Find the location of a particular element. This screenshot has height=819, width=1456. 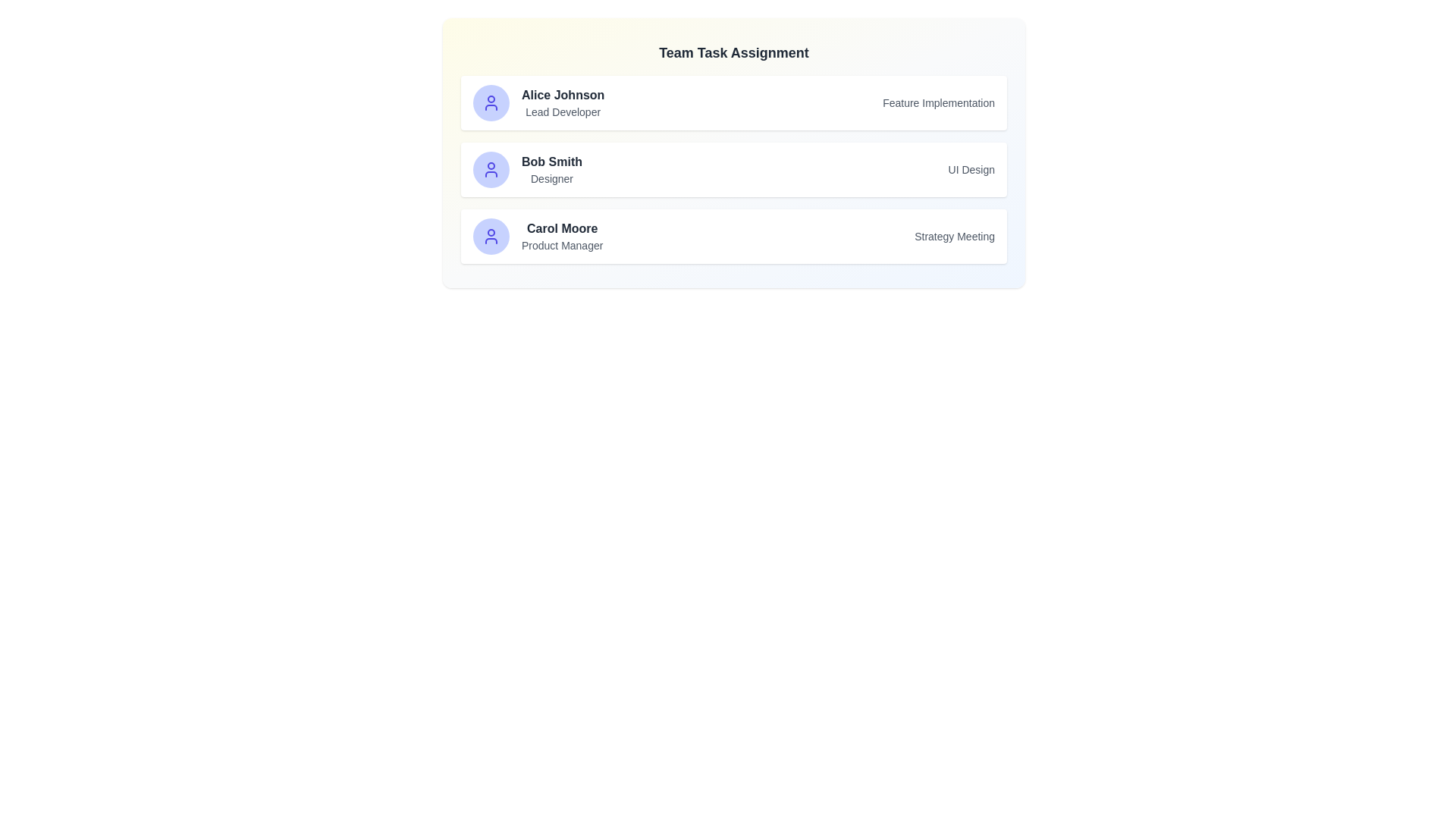

the 'Lead Developer' text label, which is styled in a smaller gray font and located below 'Alice Johnson' in a user information card layout is located at coordinates (562, 111).